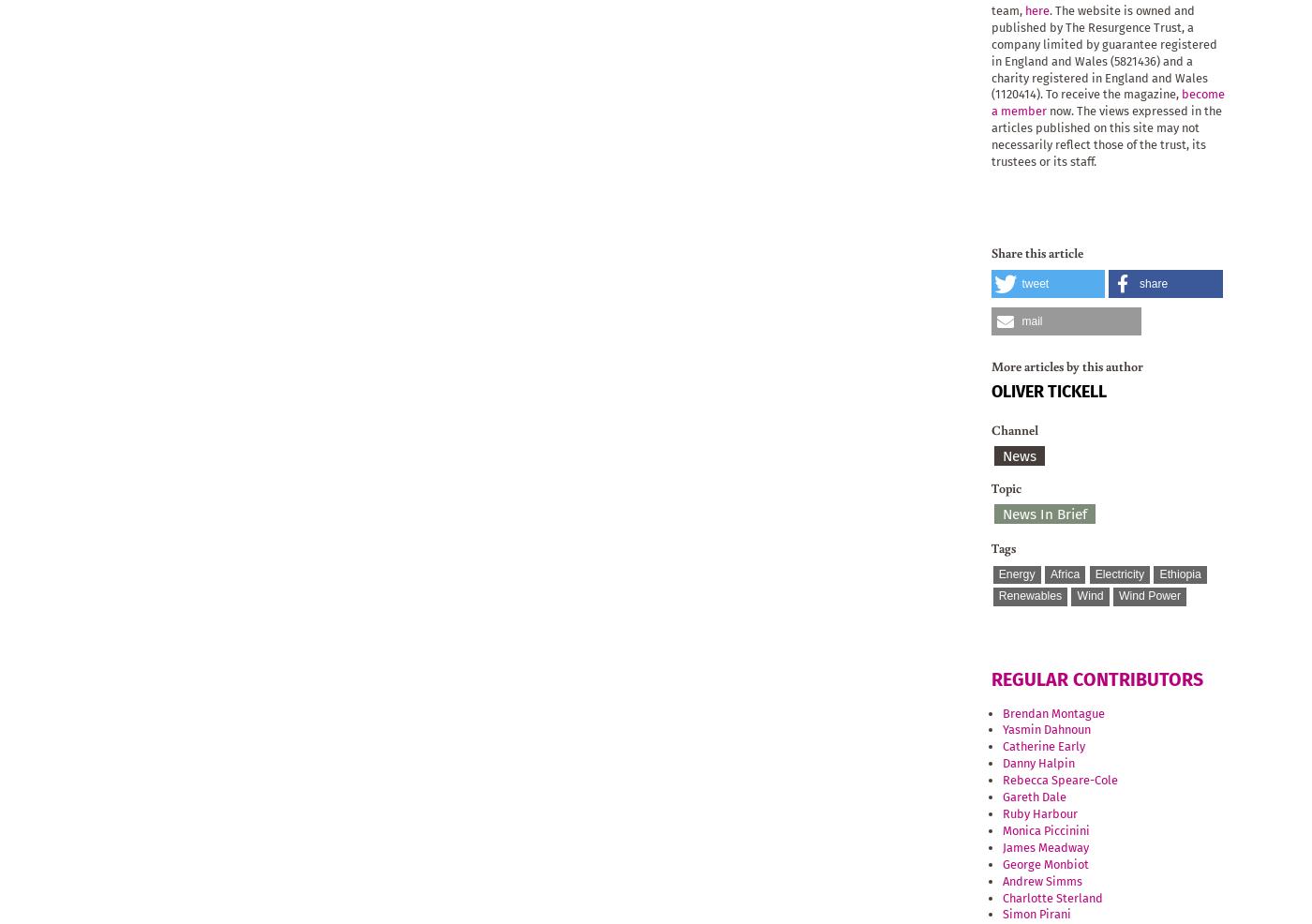 Image resolution: width=1312 pixels, height=924 pixels. I want to click on 'Monica Piccinini', so click(1046, 828).